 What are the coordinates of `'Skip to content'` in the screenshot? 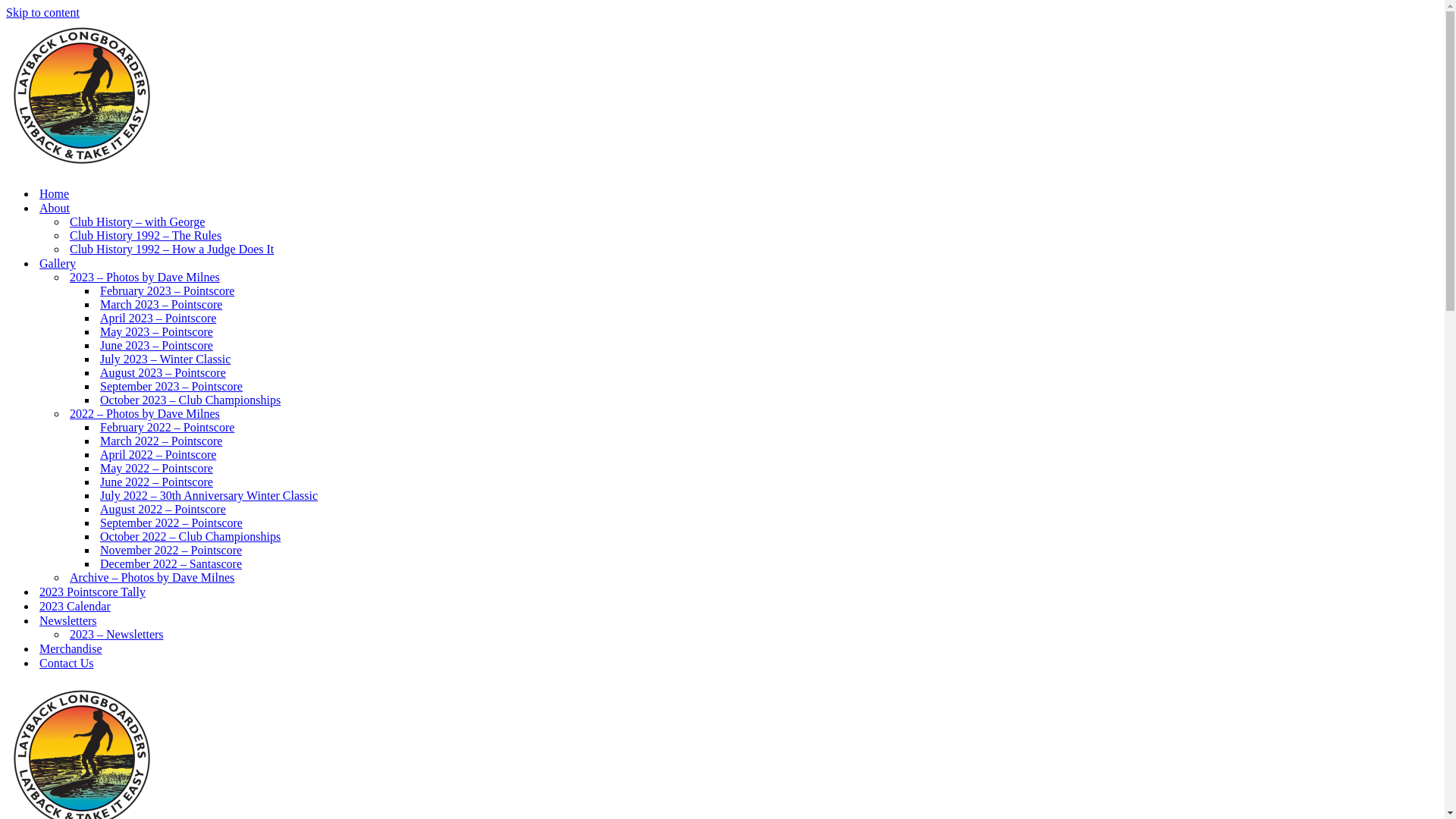 It's located at (42, 12).